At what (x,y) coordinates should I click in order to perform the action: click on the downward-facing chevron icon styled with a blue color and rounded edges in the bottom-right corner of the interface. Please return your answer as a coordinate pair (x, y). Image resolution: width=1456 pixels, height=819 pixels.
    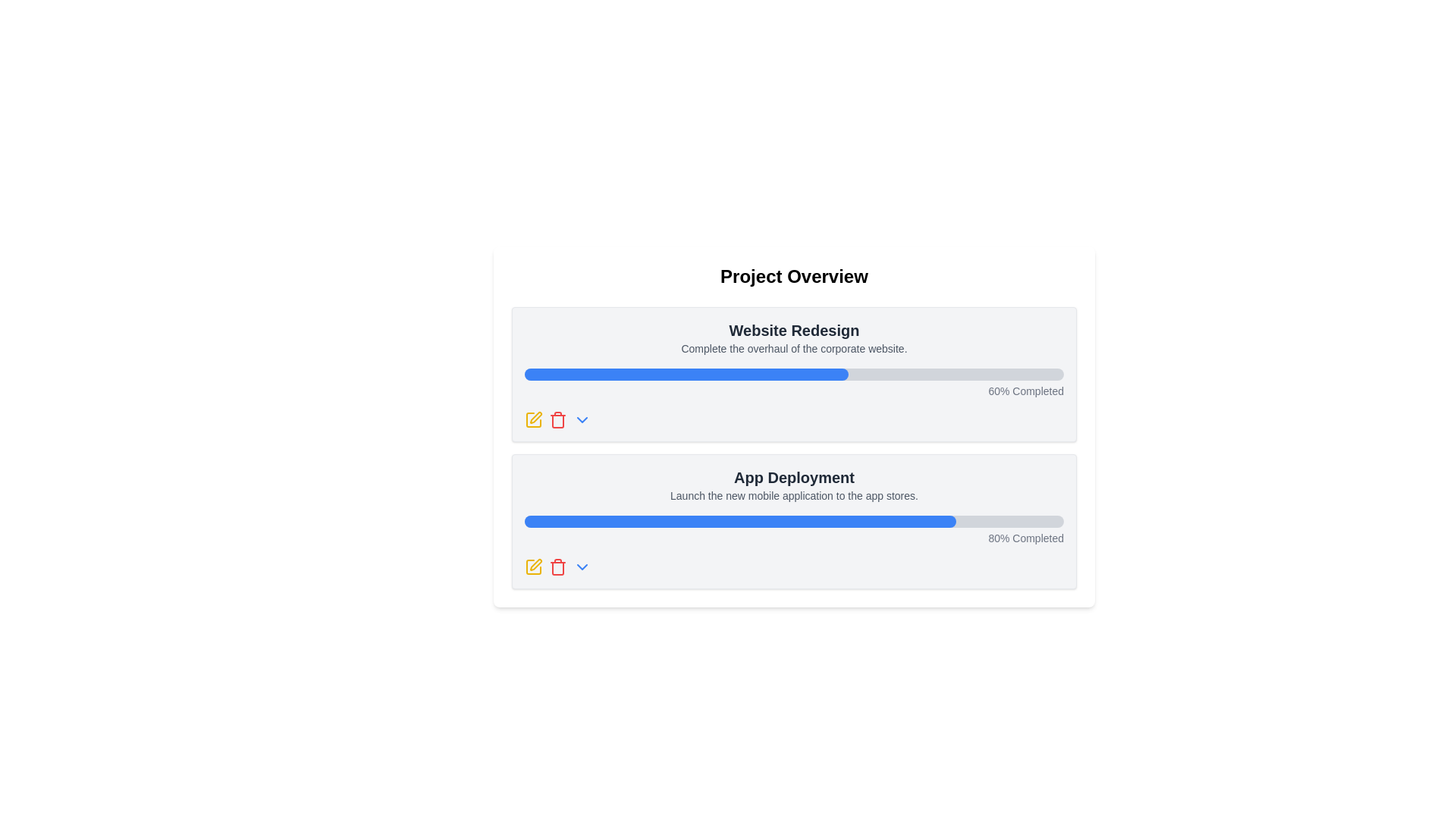
    Looking at the image, I should click on (582, 567).